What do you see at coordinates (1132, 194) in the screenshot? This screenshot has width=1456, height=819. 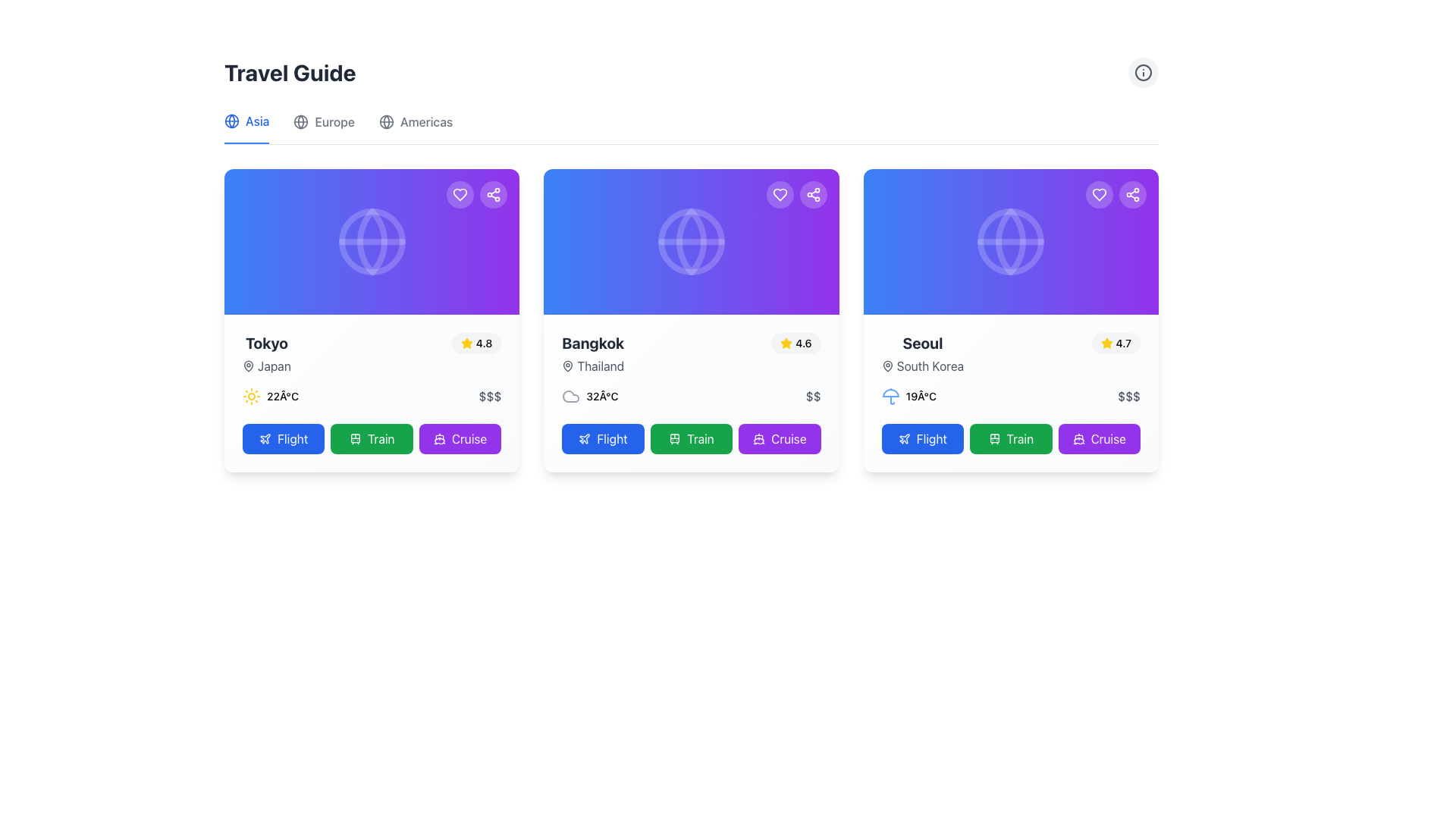 I see `the share button located in the top-right corner of the 'Seoul' card` at bounding box center [1132, 194].